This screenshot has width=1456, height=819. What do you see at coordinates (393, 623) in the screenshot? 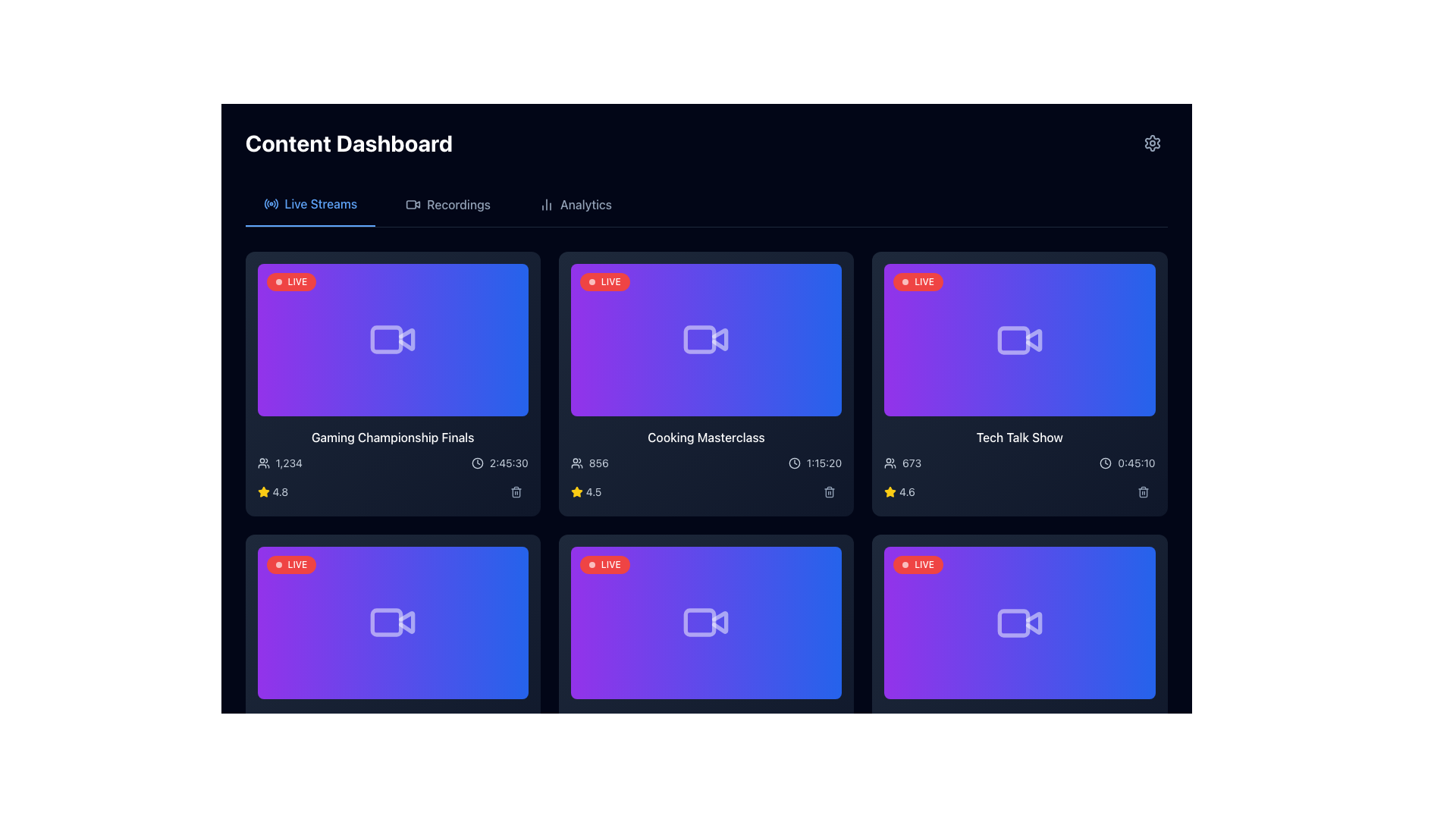
I see `the video camera icon with a white outline, centrally placed against a gradient background, for further interaction` at bounding box center [393, 623].